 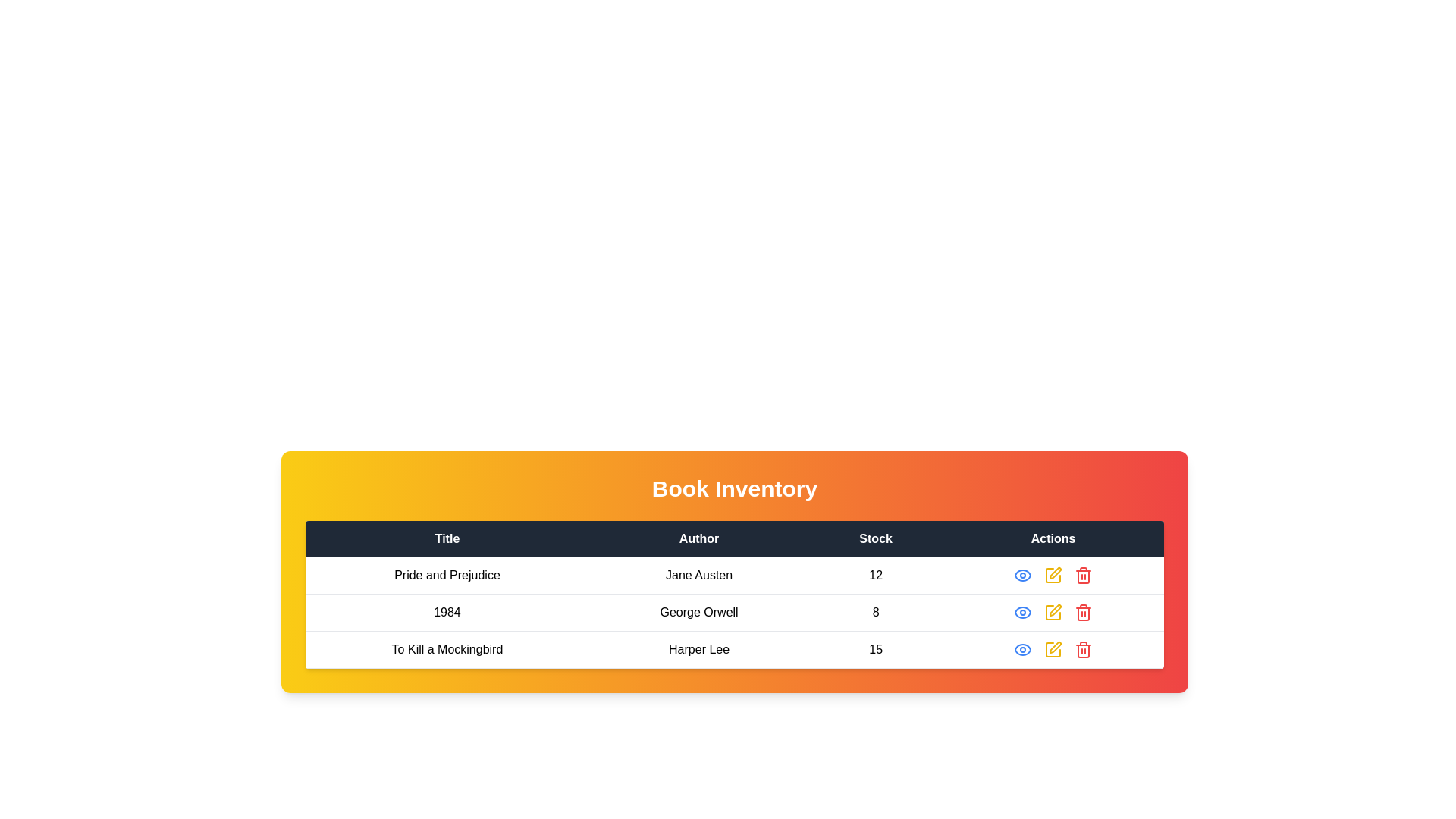 I want to click on the yellow pencil icon, so click(x=1053, y=648).